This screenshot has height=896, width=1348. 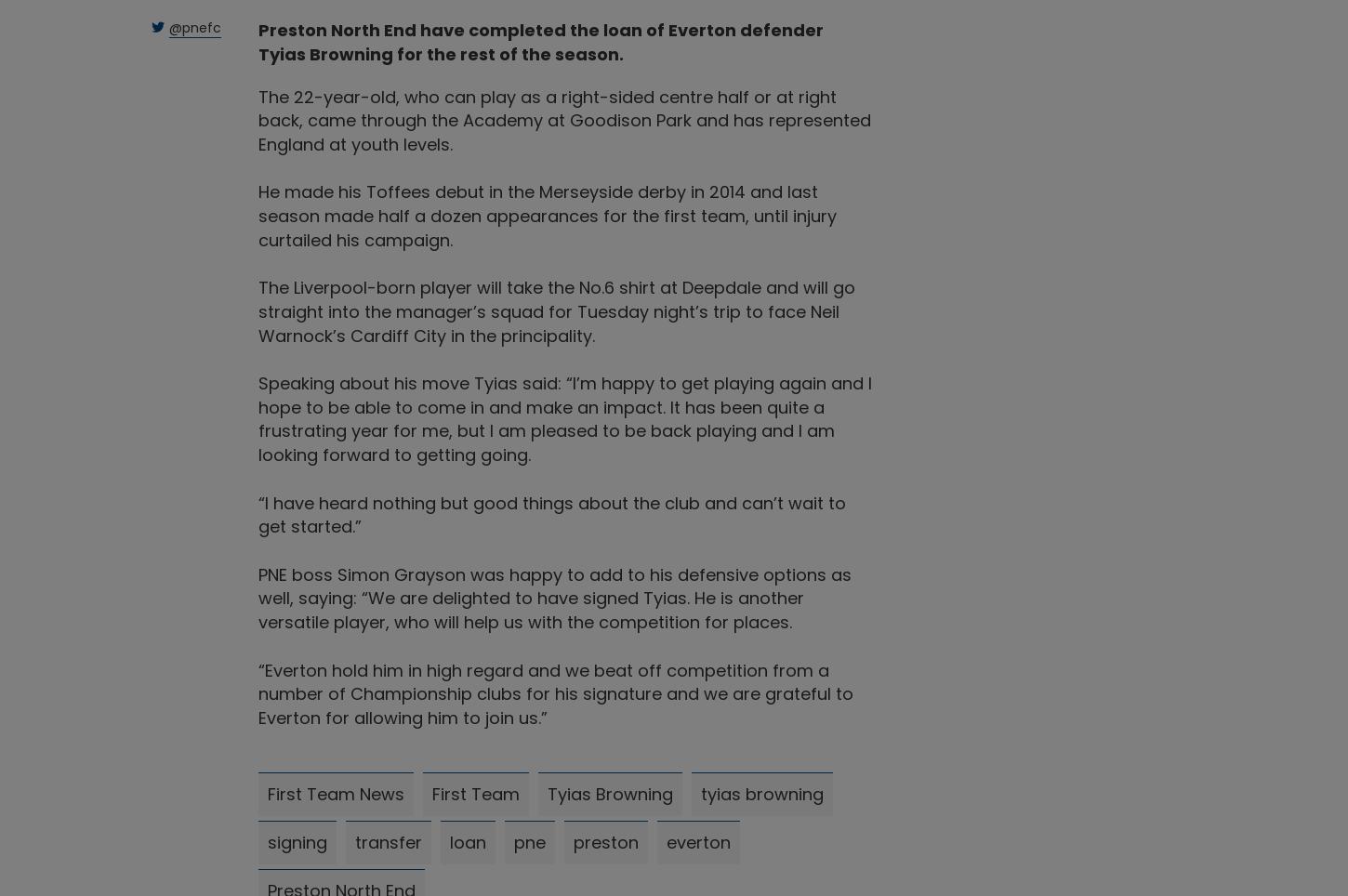 What do you see at coordinates (563, 120) in the screenshot?
I see `'The 22-year-old, who can play as a right-sided centre half or at right back, came through the Academy at Goodison Park and has represented England at youth levels.'` at bounding box center [563, 120].